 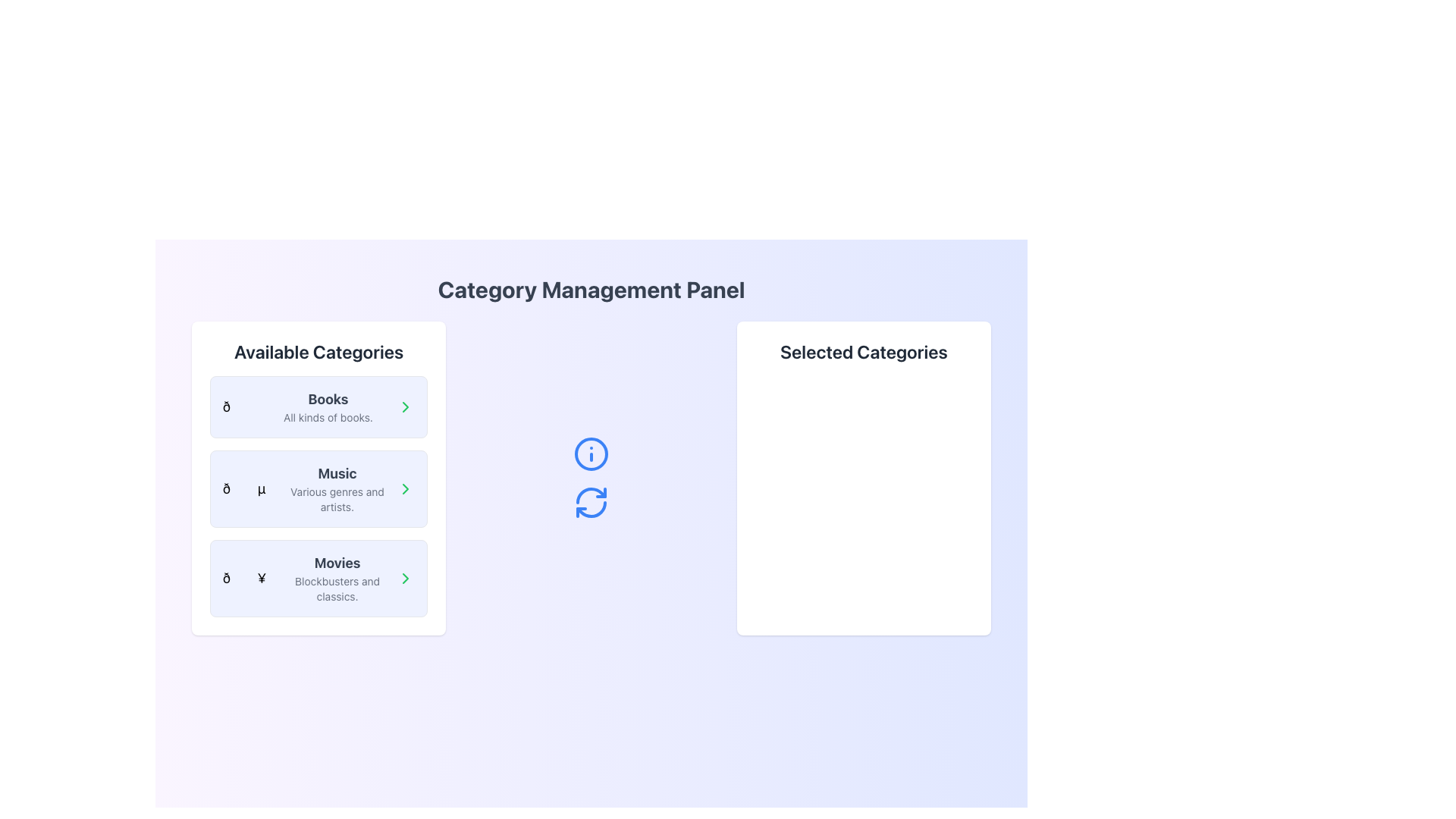 I want to click on informational static descriptive text beneath the 'Books' label in the first category card of the 'Available Categories' column, so click(x=327, y=418).